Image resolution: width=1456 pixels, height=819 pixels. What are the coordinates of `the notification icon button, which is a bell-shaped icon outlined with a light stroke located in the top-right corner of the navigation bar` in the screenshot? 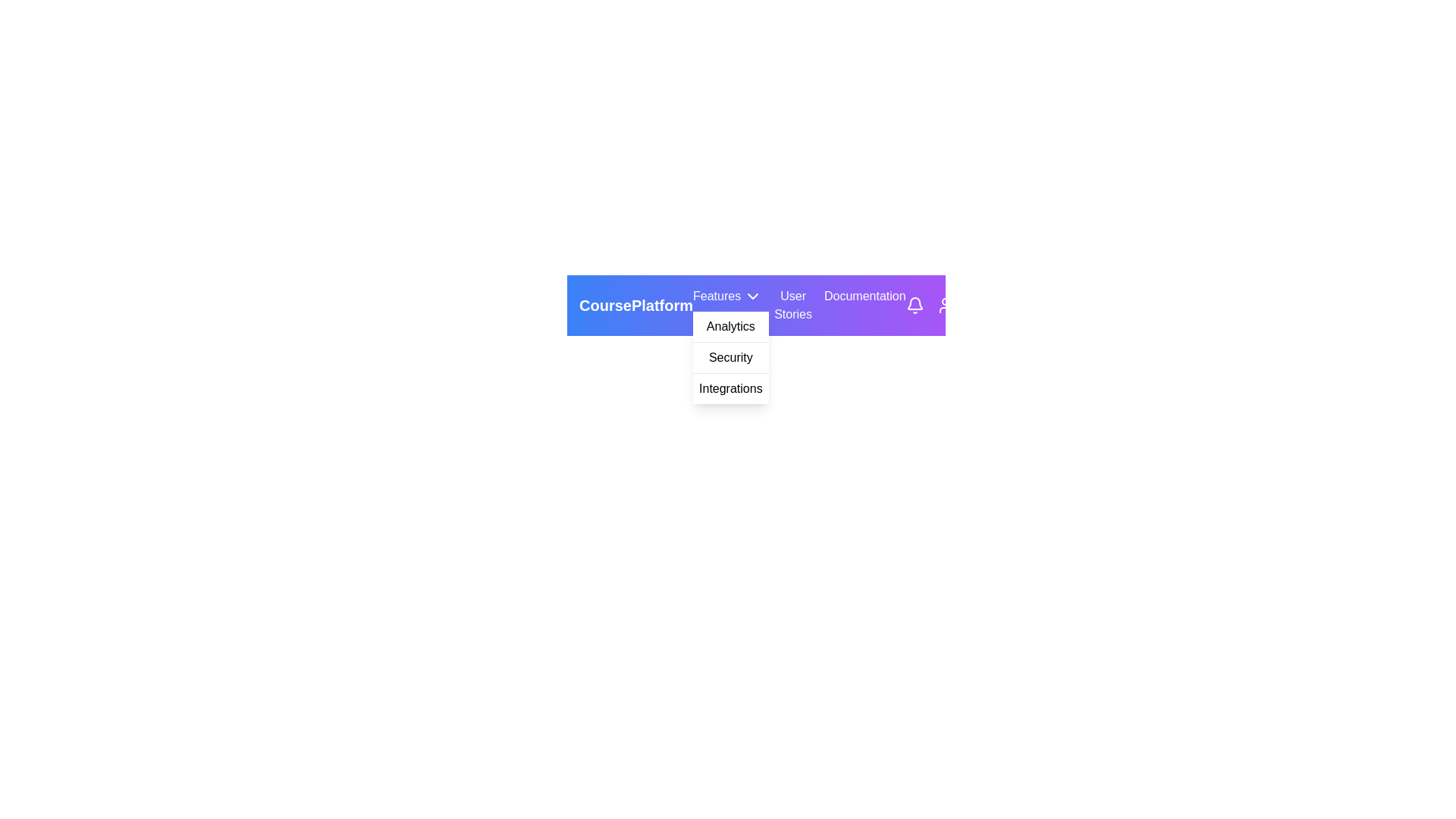 It's located at (914, 305).